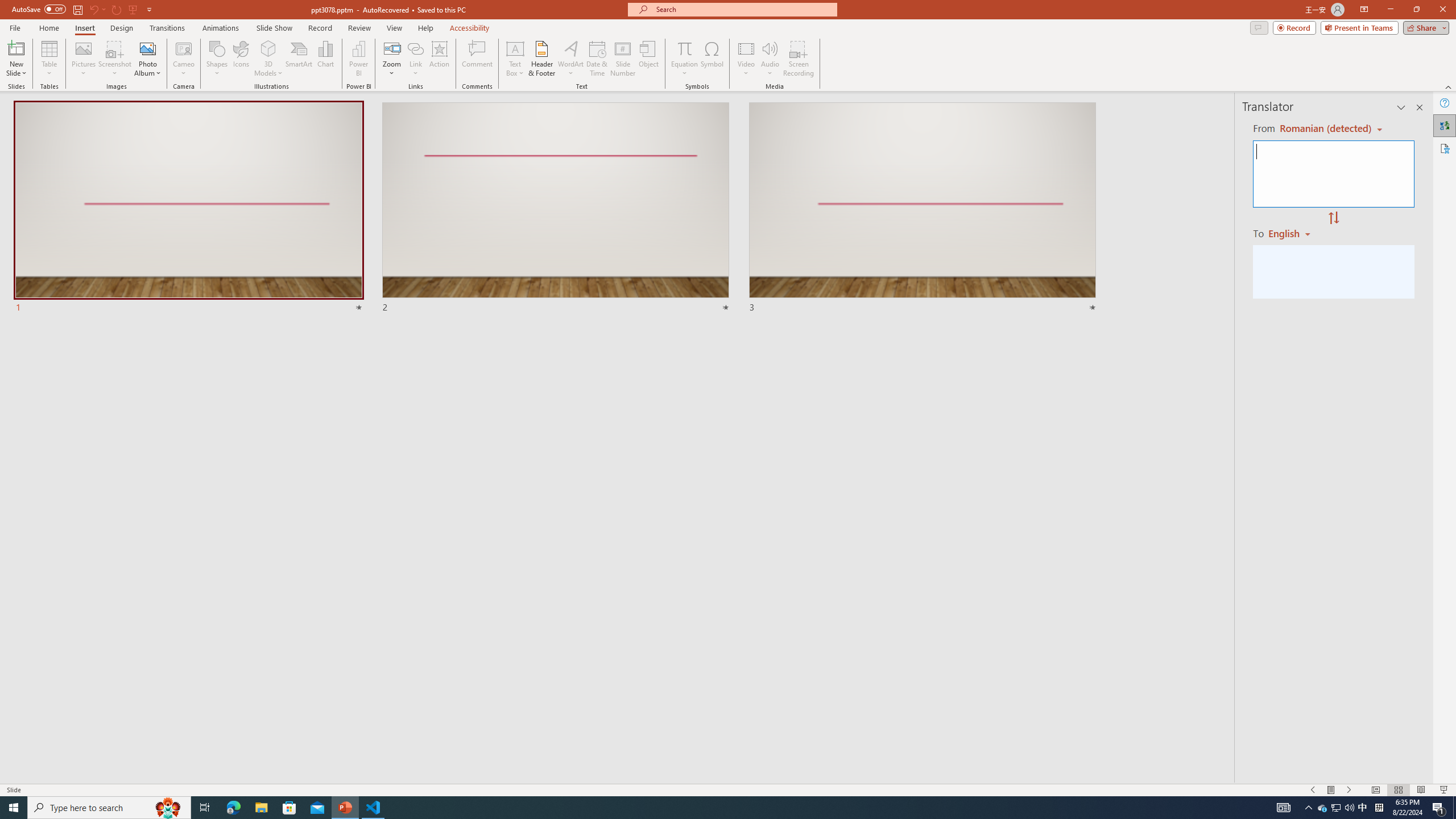 This screenshot has height=819, width=1456. Describe the element at coordinates (325, 59) in the screenshot. I see `'Chart...'` at that location.